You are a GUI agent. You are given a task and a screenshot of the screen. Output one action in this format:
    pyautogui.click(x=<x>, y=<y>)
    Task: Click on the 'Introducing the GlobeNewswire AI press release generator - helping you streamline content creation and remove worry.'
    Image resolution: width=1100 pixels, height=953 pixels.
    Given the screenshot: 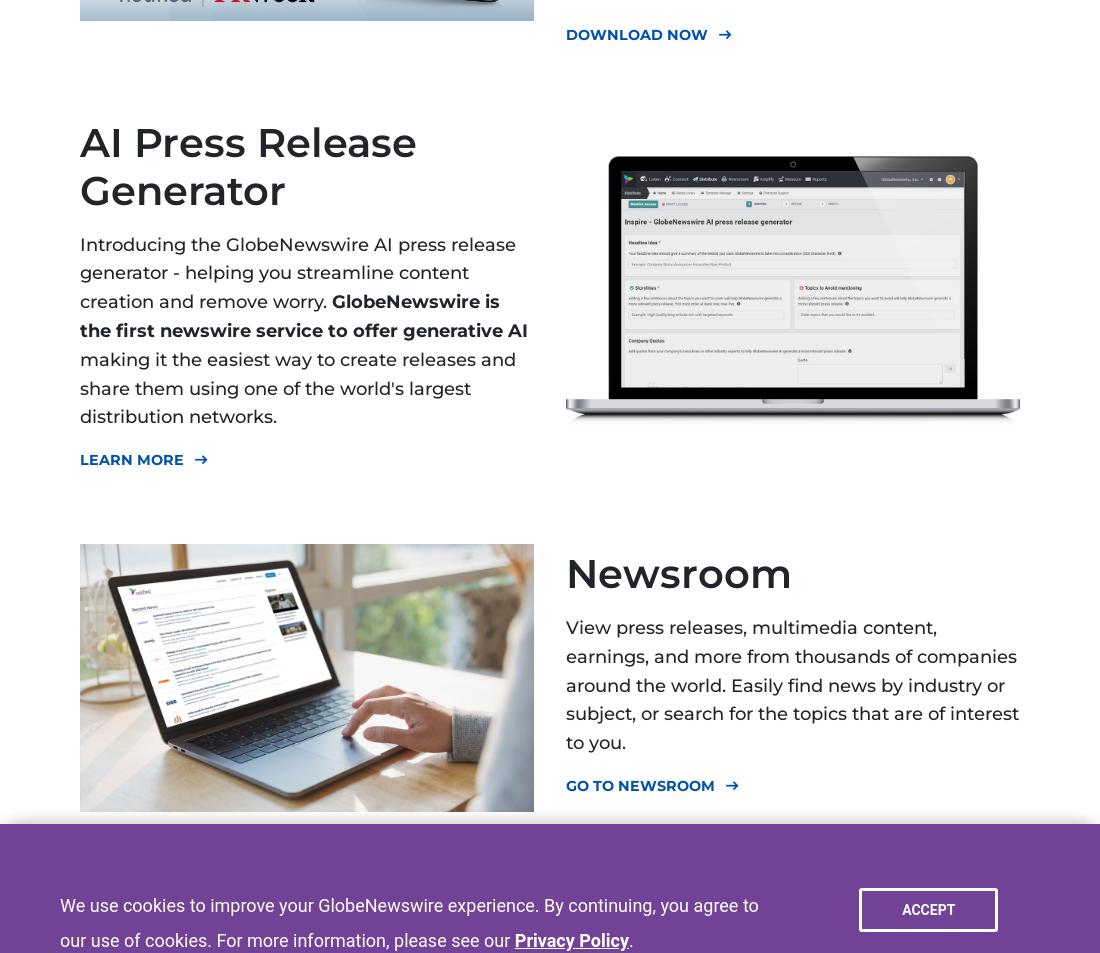 What is the action you would take?
    pyautogui.click(x=296, y=272)
    